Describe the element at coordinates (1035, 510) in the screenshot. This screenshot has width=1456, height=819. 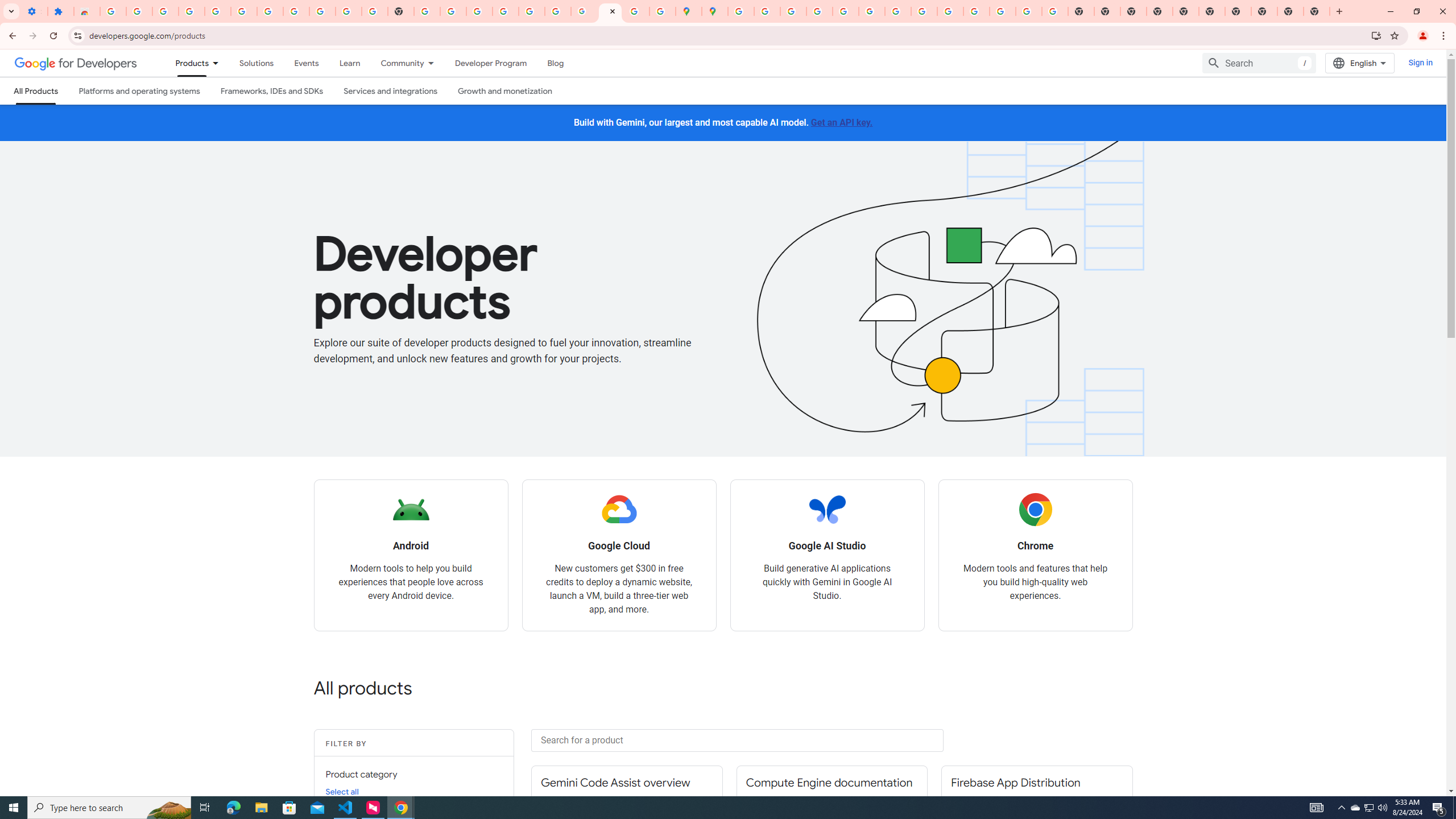
I see `'ChromeOS logo'` at that location.